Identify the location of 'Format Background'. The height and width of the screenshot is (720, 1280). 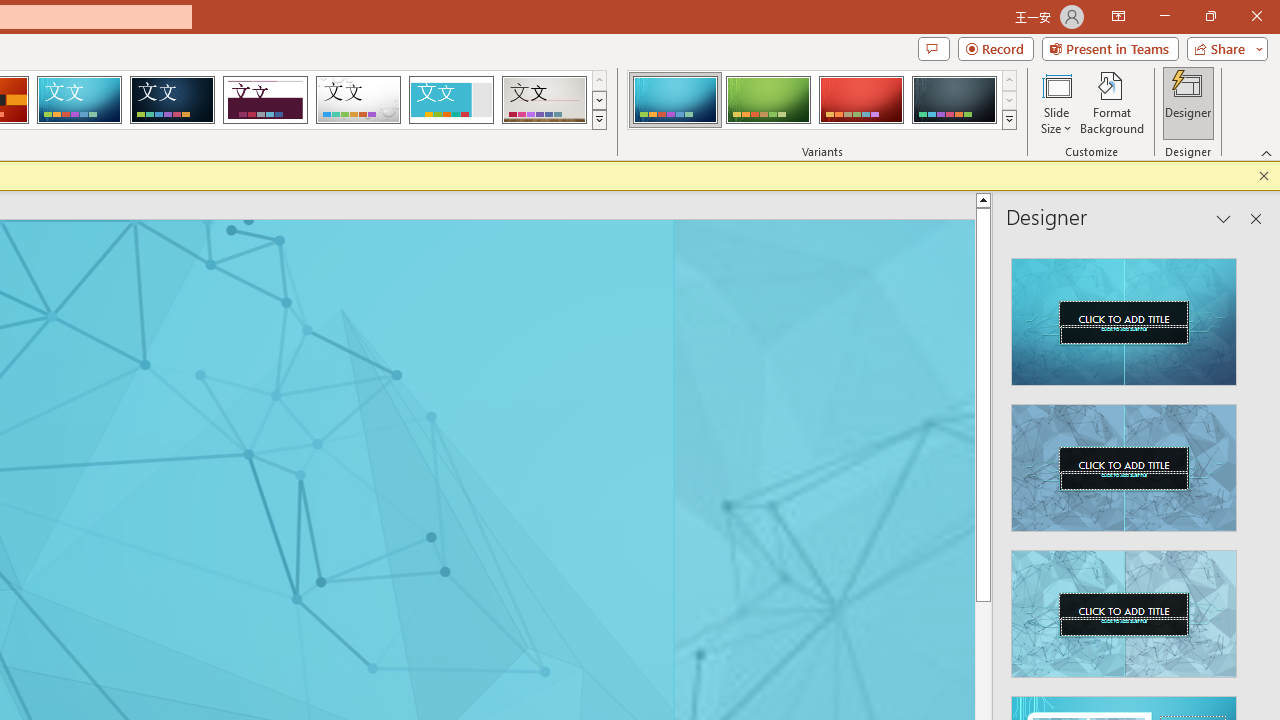
(1111, 103).